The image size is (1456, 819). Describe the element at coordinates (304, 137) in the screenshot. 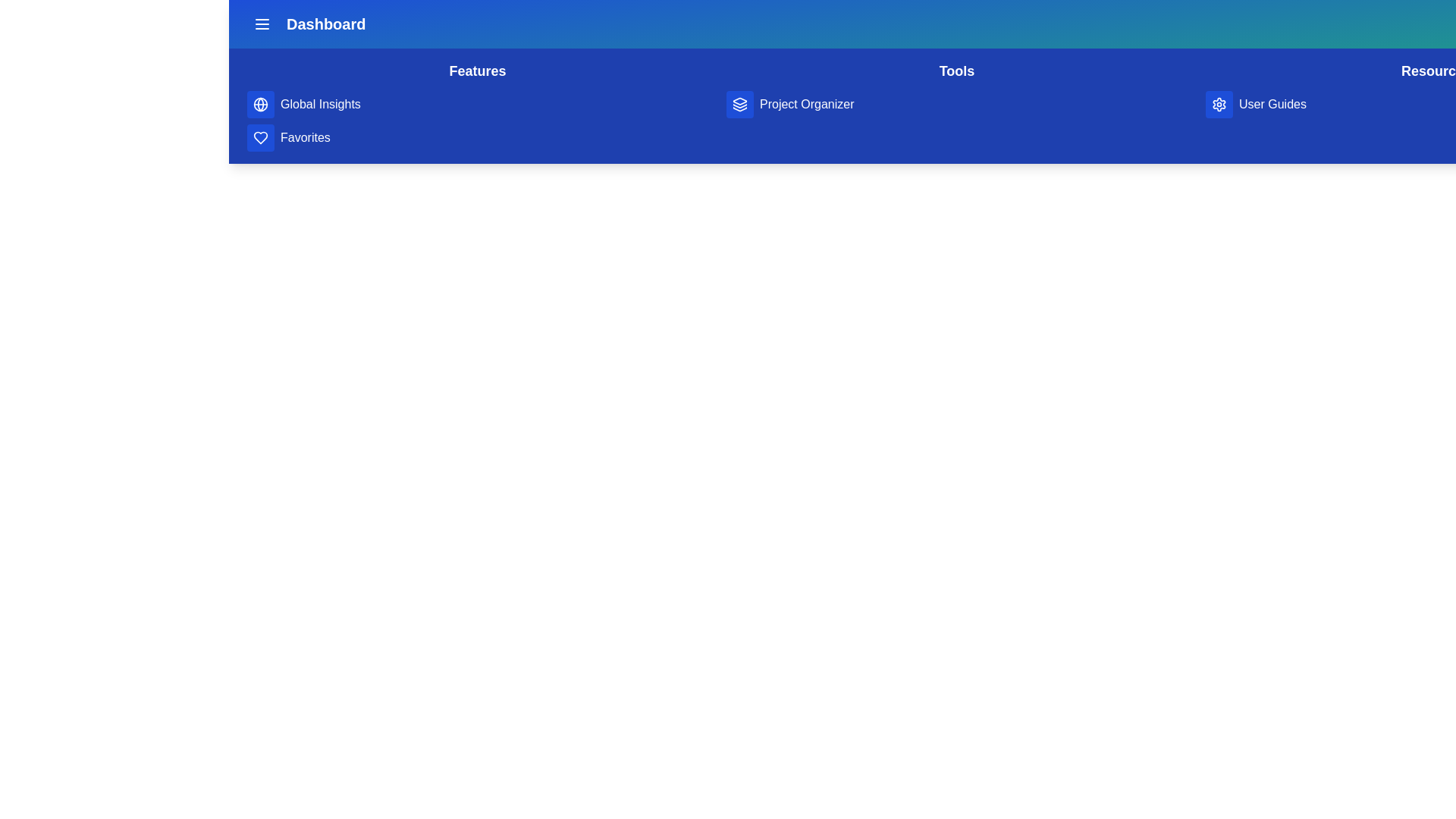

I see `the text label that identifies the section for user-defined favorite items, located beneath the 'Global Insights' section` at that location.